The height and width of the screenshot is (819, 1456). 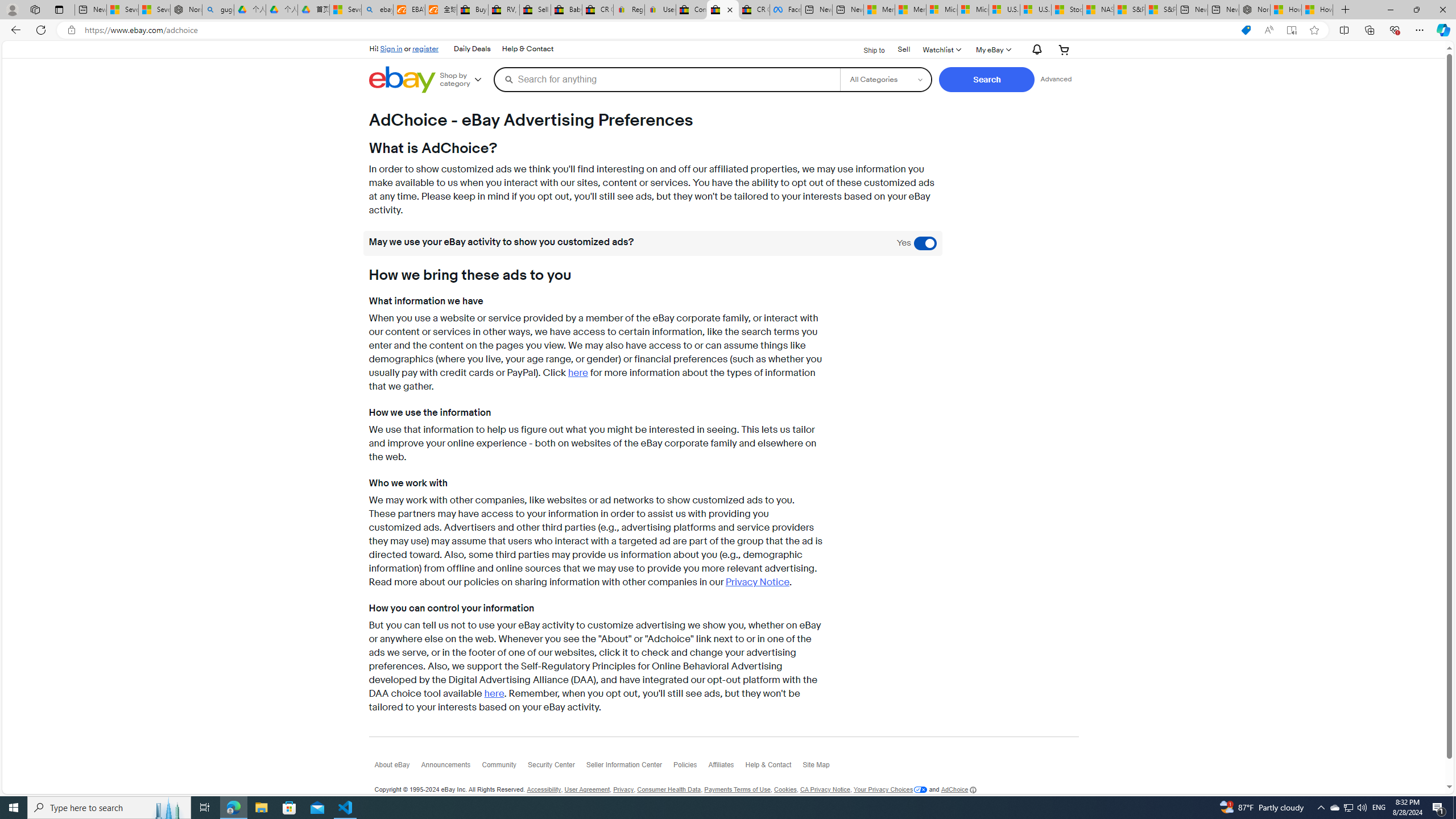 I want to click on 'Your shopping cart', so click(x=1064, y=49).